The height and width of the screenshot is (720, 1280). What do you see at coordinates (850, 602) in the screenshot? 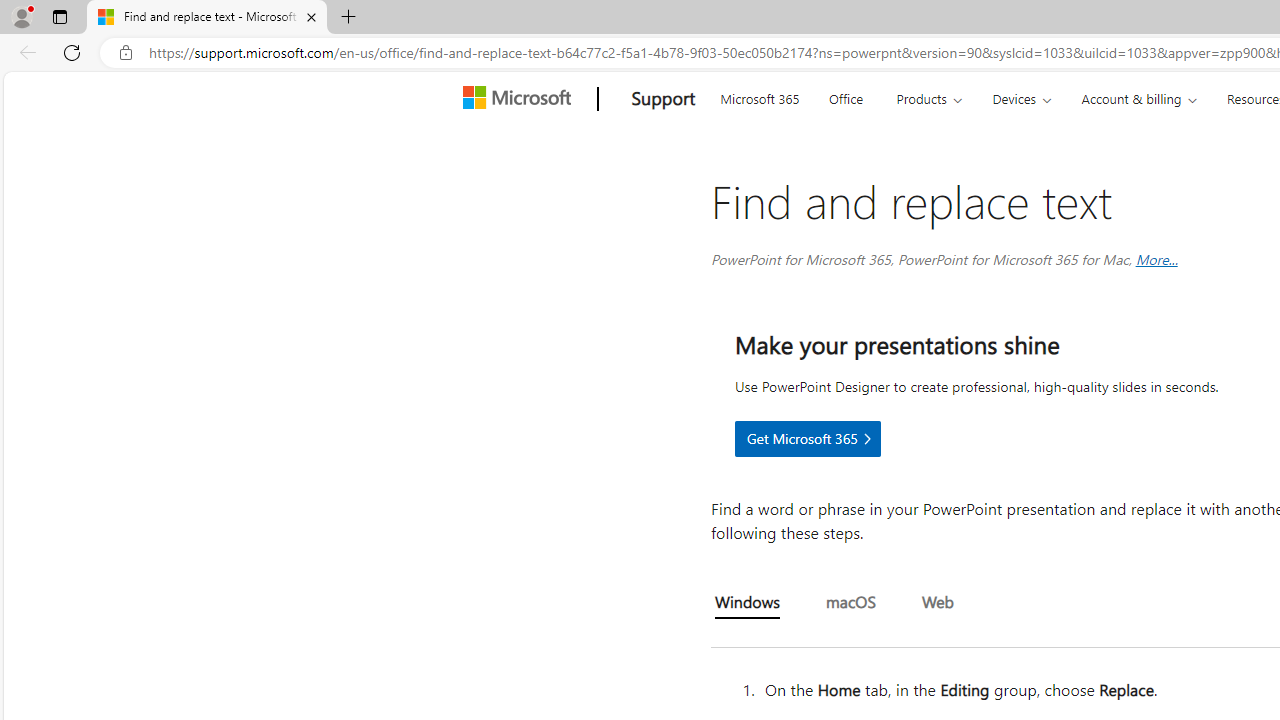
I see `'macOS'` at bounding box center [850, 602].